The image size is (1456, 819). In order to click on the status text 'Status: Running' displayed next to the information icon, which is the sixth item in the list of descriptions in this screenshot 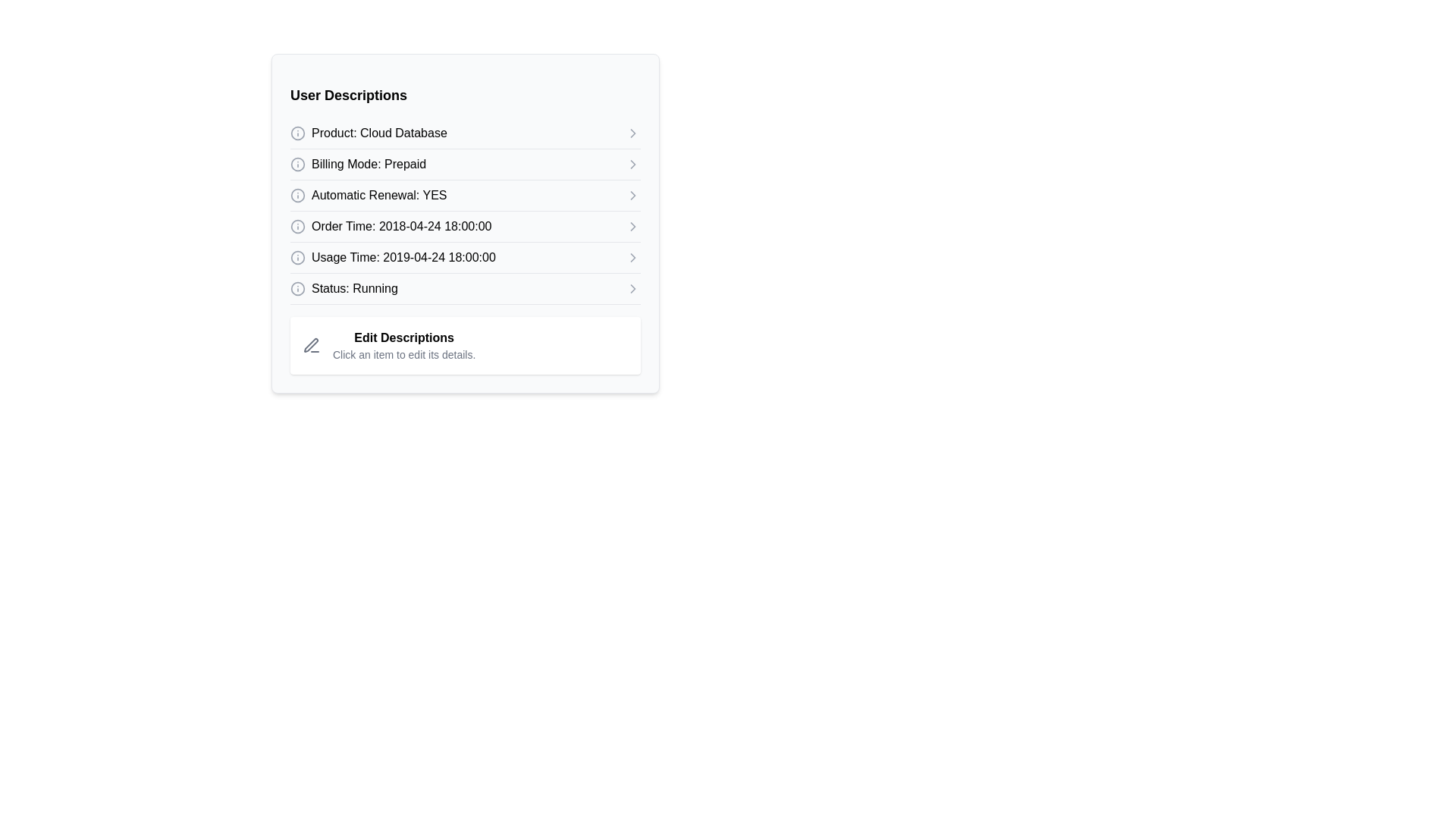, I will do `click(343, 289)`.